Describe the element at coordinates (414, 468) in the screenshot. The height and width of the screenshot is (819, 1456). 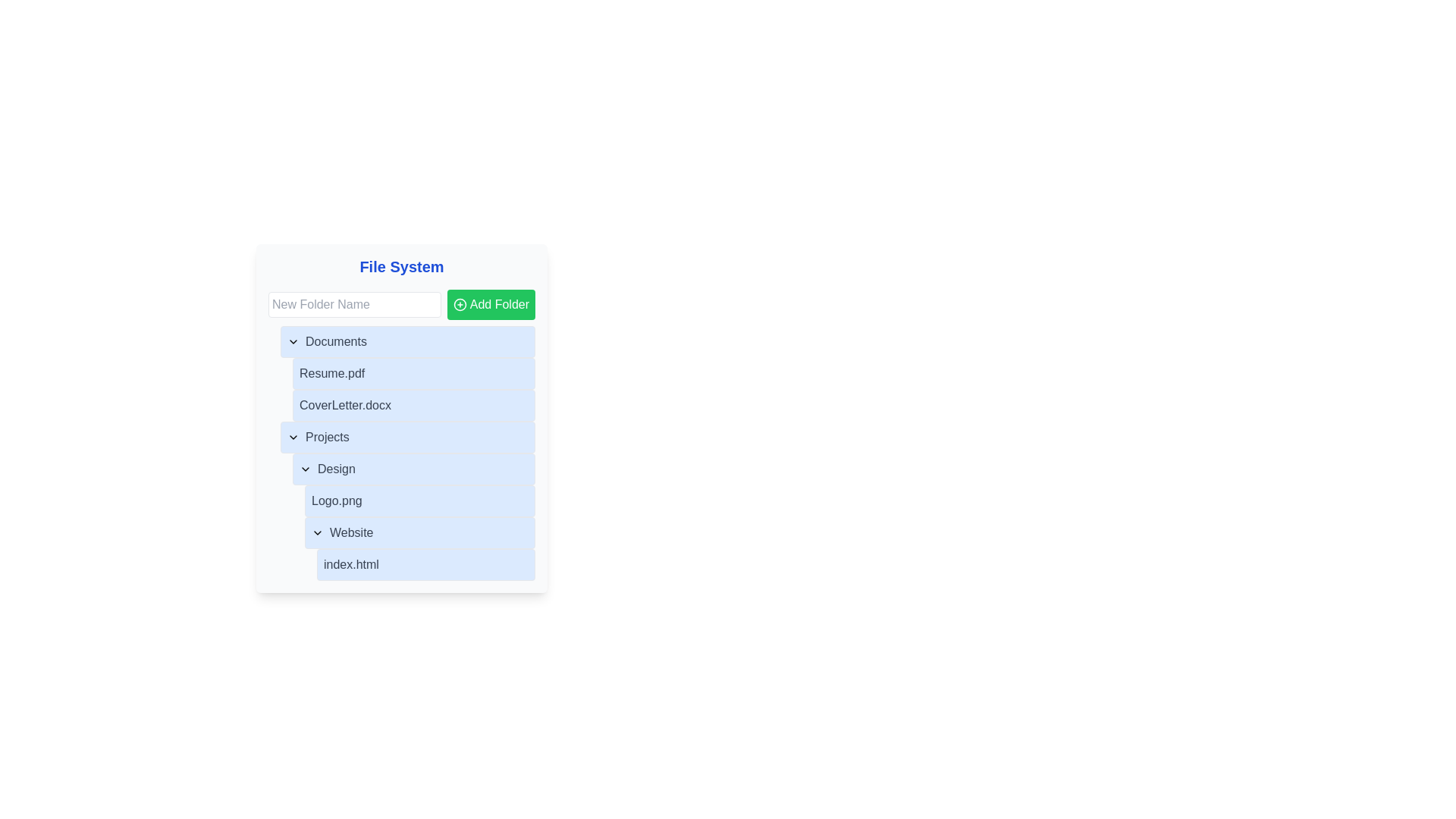
I see `the 'Design' button located in the 'Projects' section to potentially reveal more details` at that location.